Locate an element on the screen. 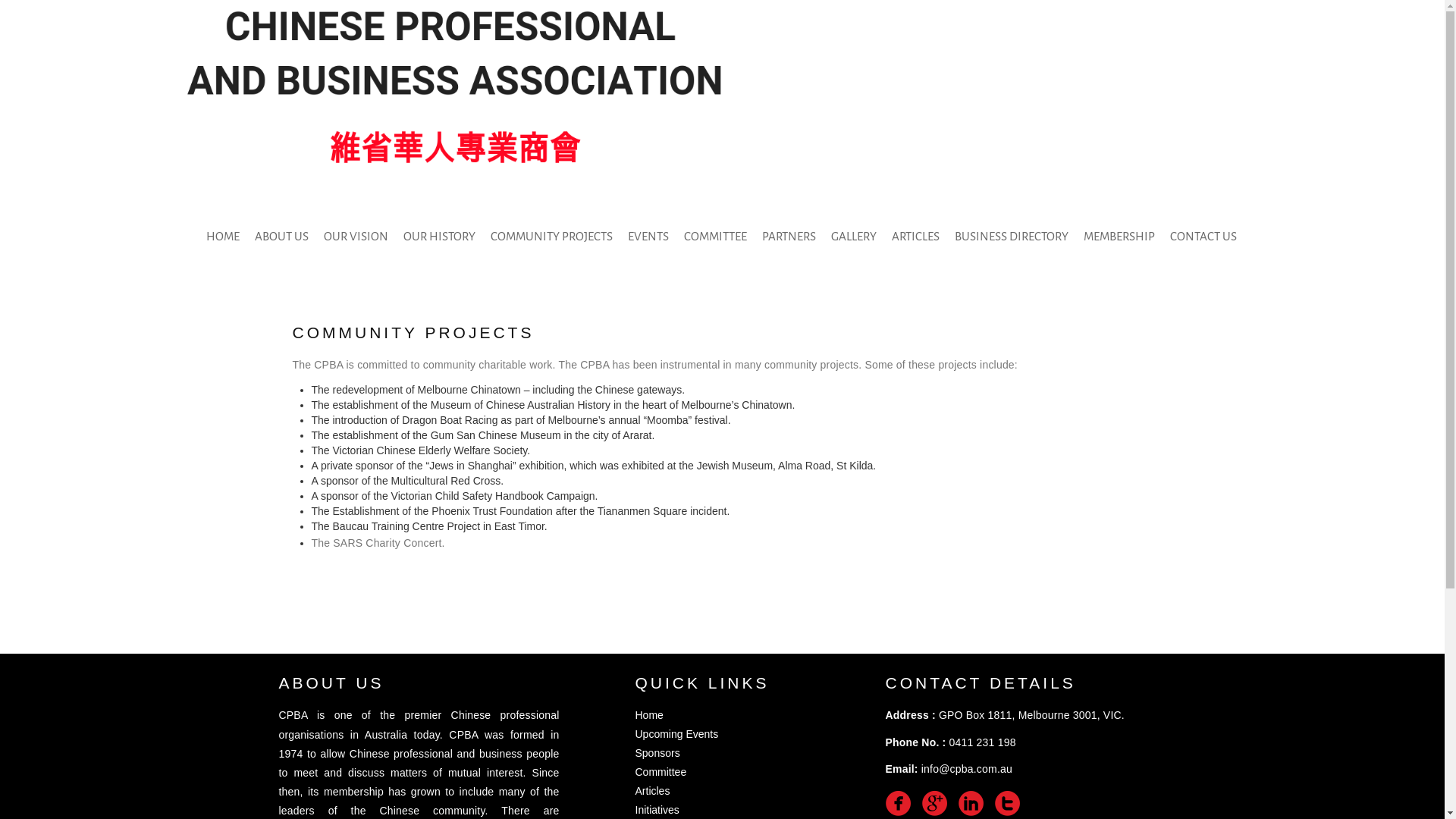  'ARTICLES' is located at coordinates (884, 237).